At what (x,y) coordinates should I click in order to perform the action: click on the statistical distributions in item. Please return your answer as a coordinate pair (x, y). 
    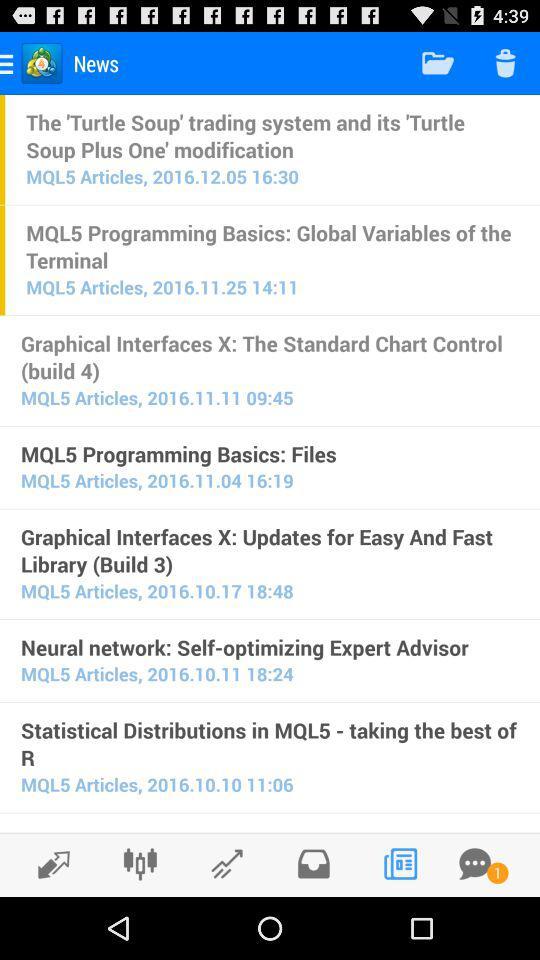
    Looking at the image, I should click on (270, 743).